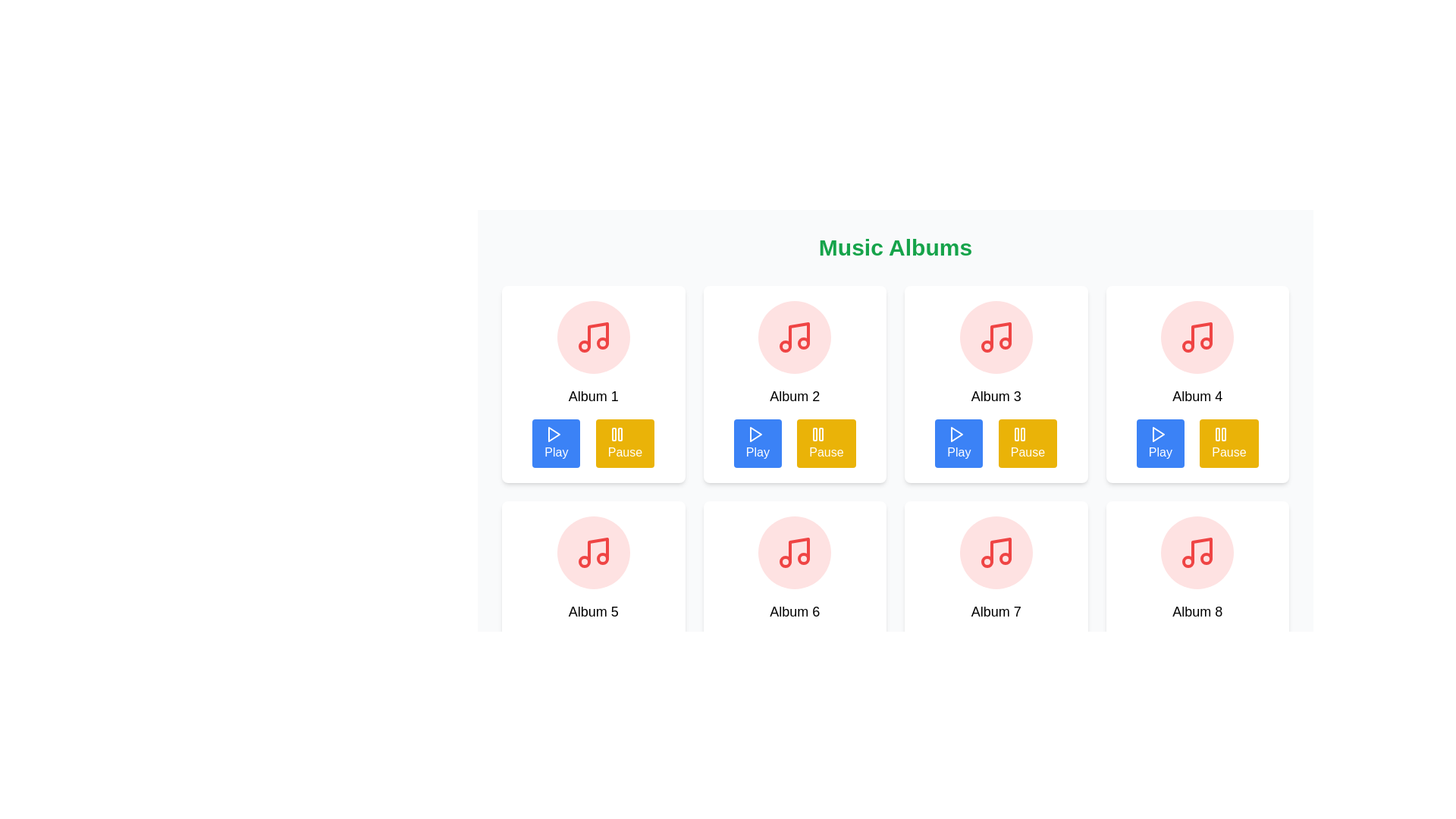 The image size is (1456, 819). What do you see at coordinates (1022, 435) in the screenshot?
I see `the right vertical bar of the 'pause' button symbol in the media control panel` at bounding box center [1022, 435].